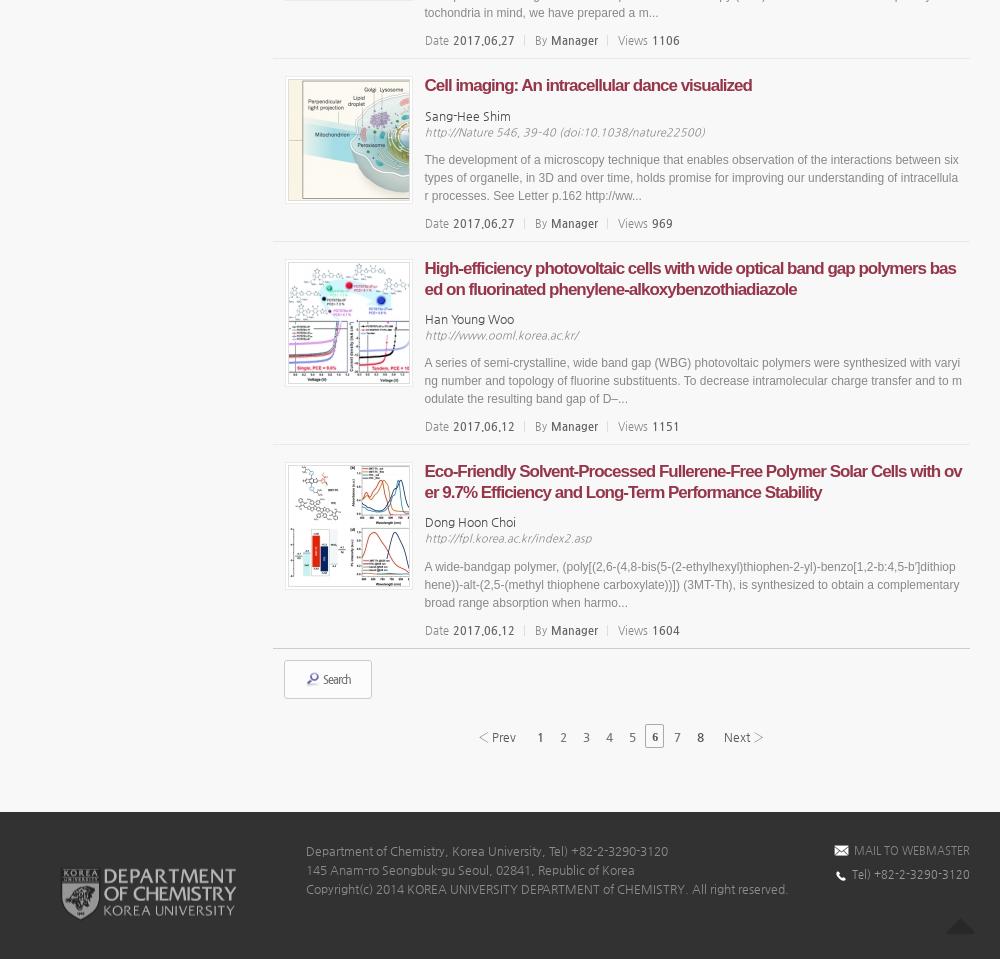 The image size is (1000, 959). Describe the element at coordinates (690, 583) in the screenshot. I see `'A wide-bandgap polymer, (poly[(2,6-(4,8-bis(5-(2-ethylhexyl)thiophen-2-yl)-benzo[1,2-b:4,5-b′]dithiophene))-alt-(2,5-(methyl thiophene carboxylate))]) (3MT-Th), is synthesized to obtain a complementary broad range absorption when harmo...'` at that location.